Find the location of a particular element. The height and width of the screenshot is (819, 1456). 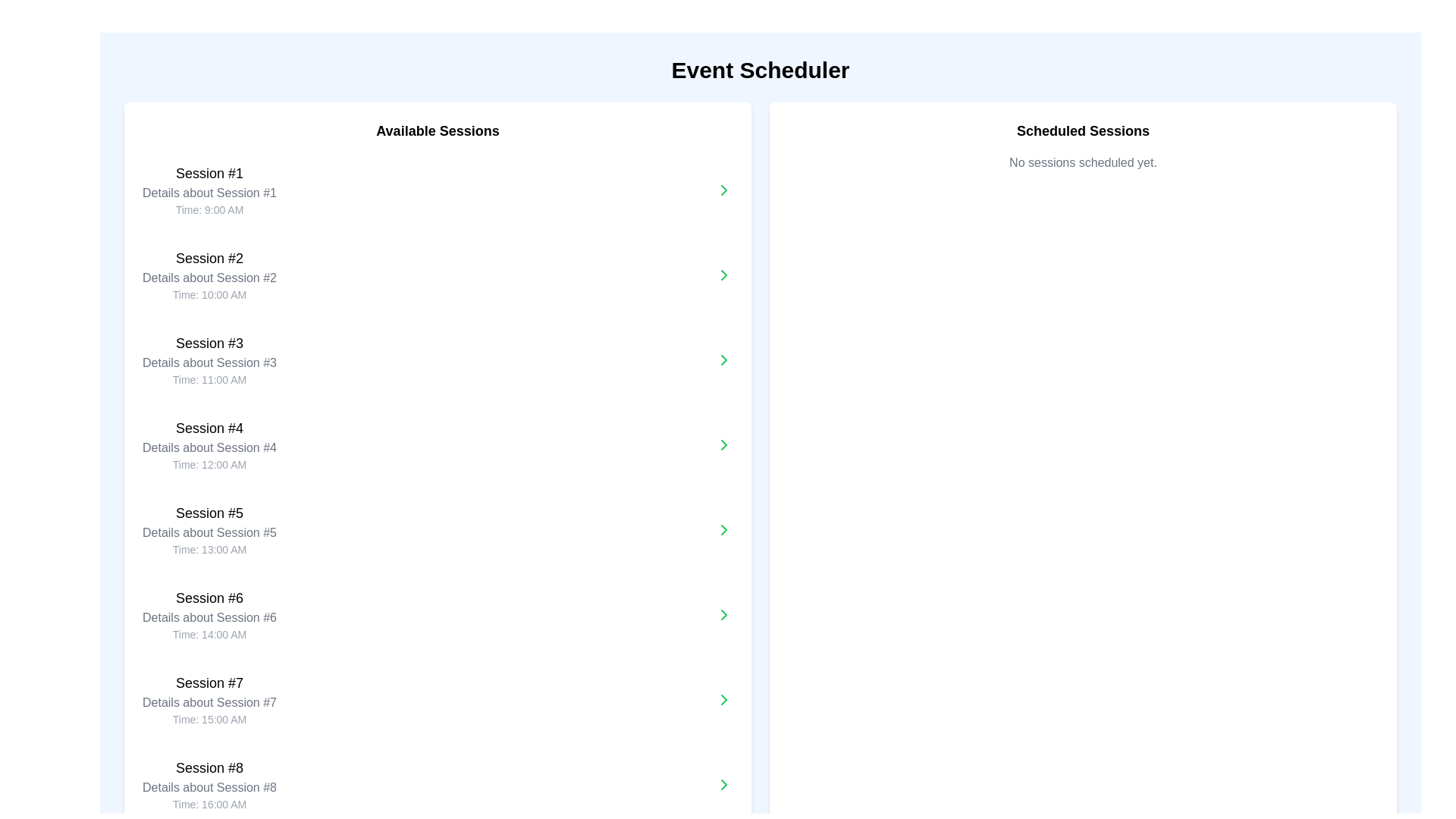

the right-pointing chevron arrow, which is the third in a vertical list under 'Available Sessions' is located at coordinates (723, 275).